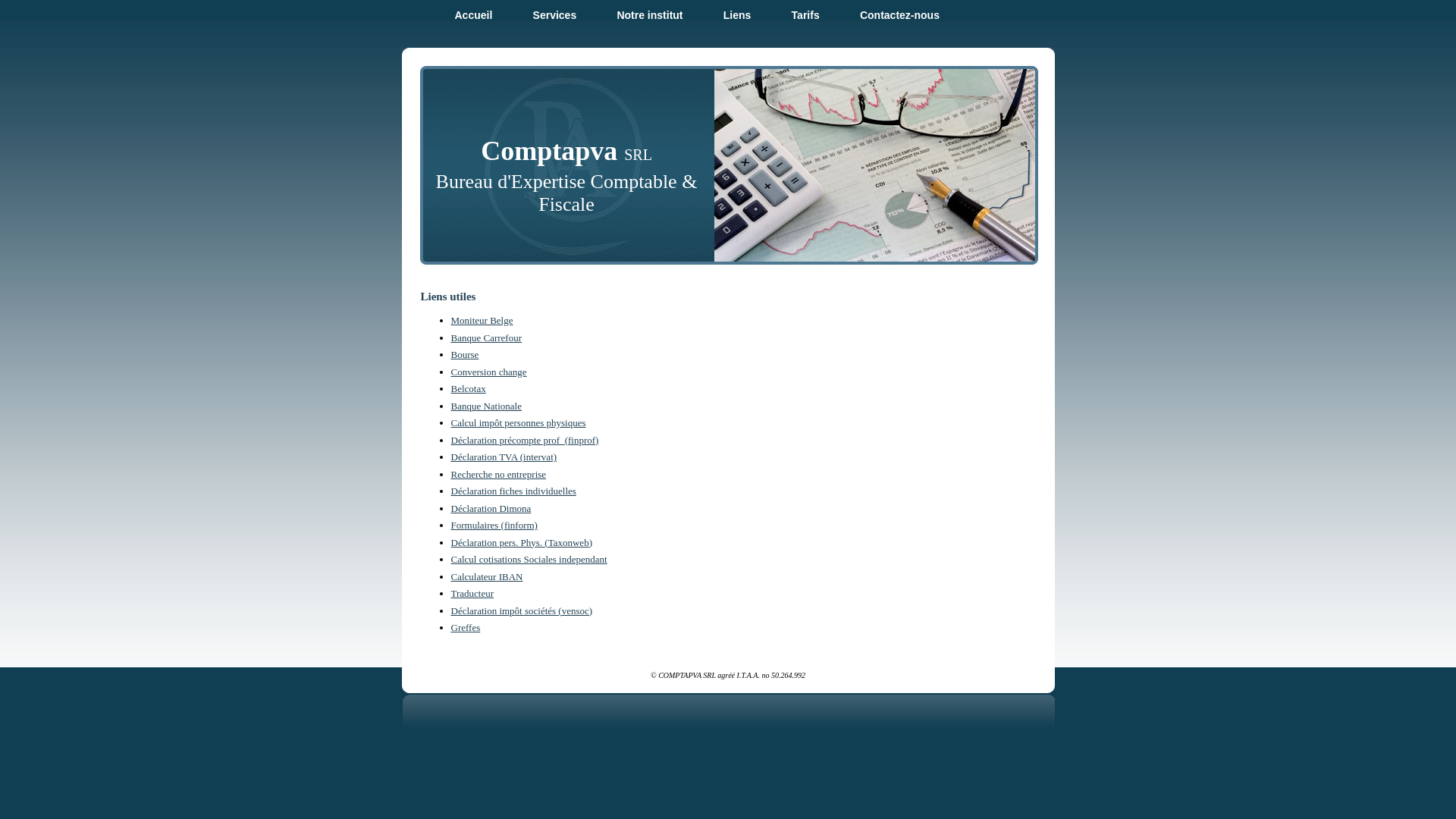  What do you see at coordinates (494, 524) in the screenshot?
I see `'Formulaires (finform)'` at bounding box center [494, 524].